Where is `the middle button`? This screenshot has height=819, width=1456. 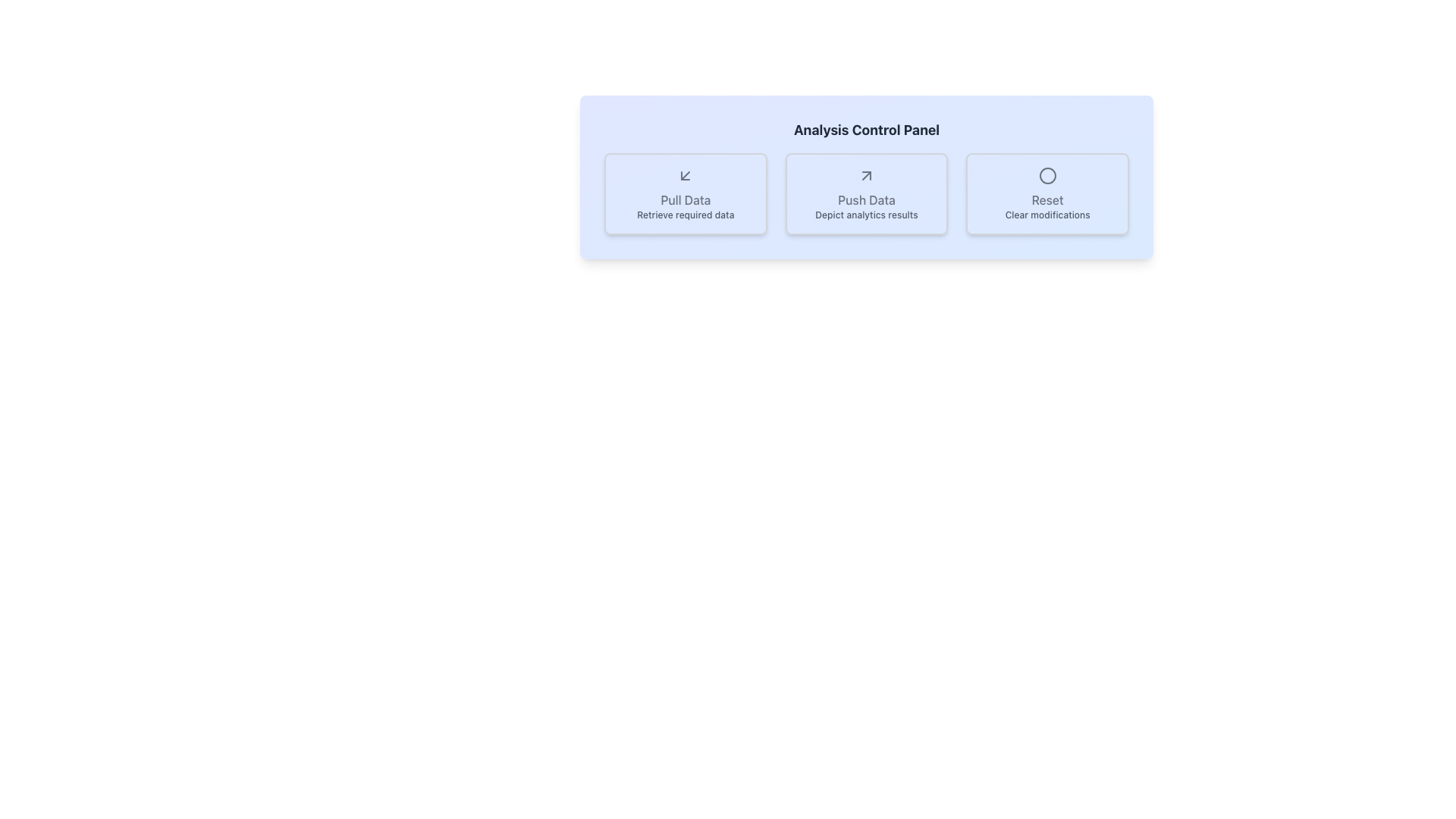 the middle button is located at coordinates (866, 193).